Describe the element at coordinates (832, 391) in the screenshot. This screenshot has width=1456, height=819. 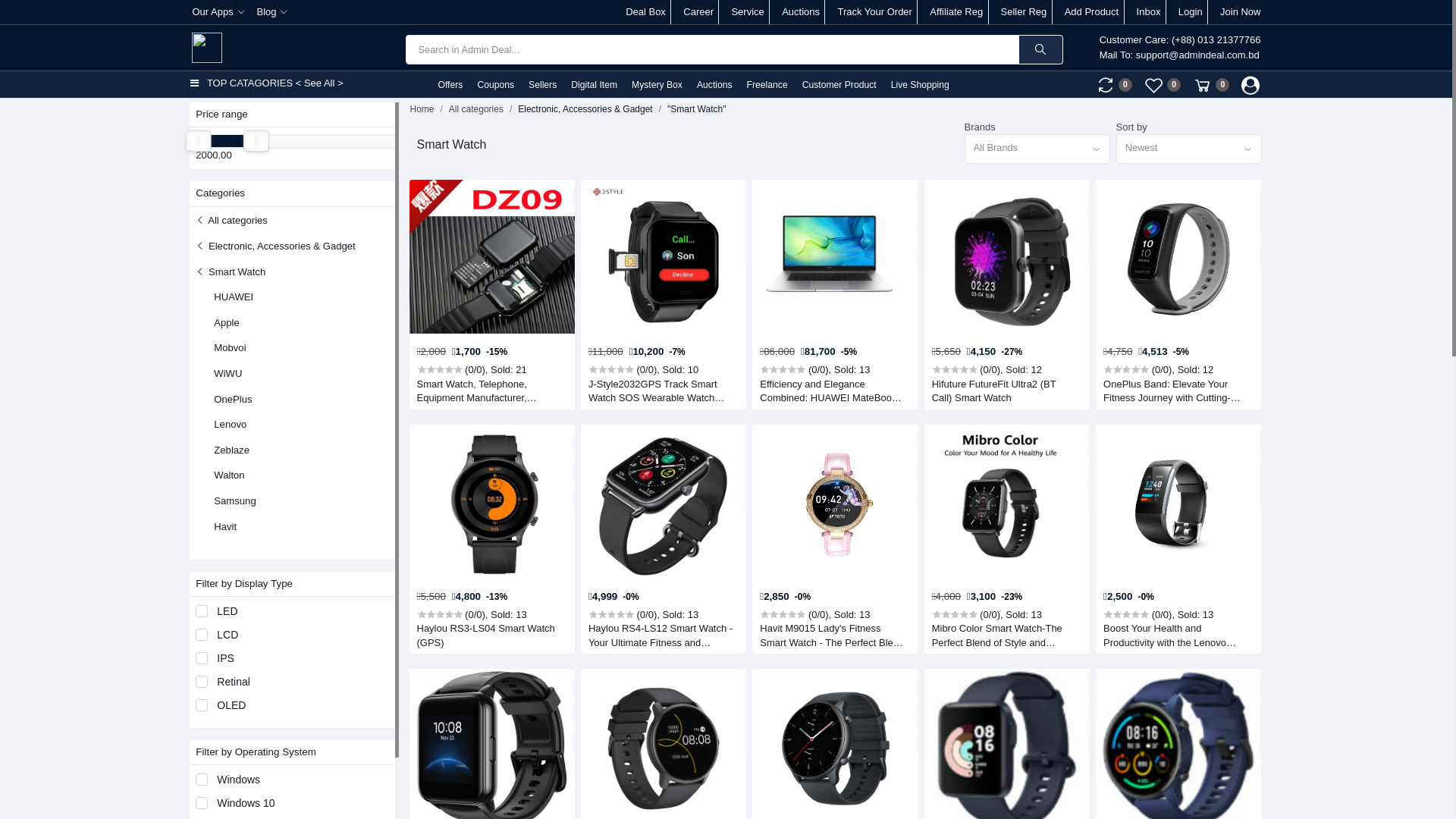
I see `'Efficiency and Elegance Combined: HUAWEI MateBook D 15'` at that location.